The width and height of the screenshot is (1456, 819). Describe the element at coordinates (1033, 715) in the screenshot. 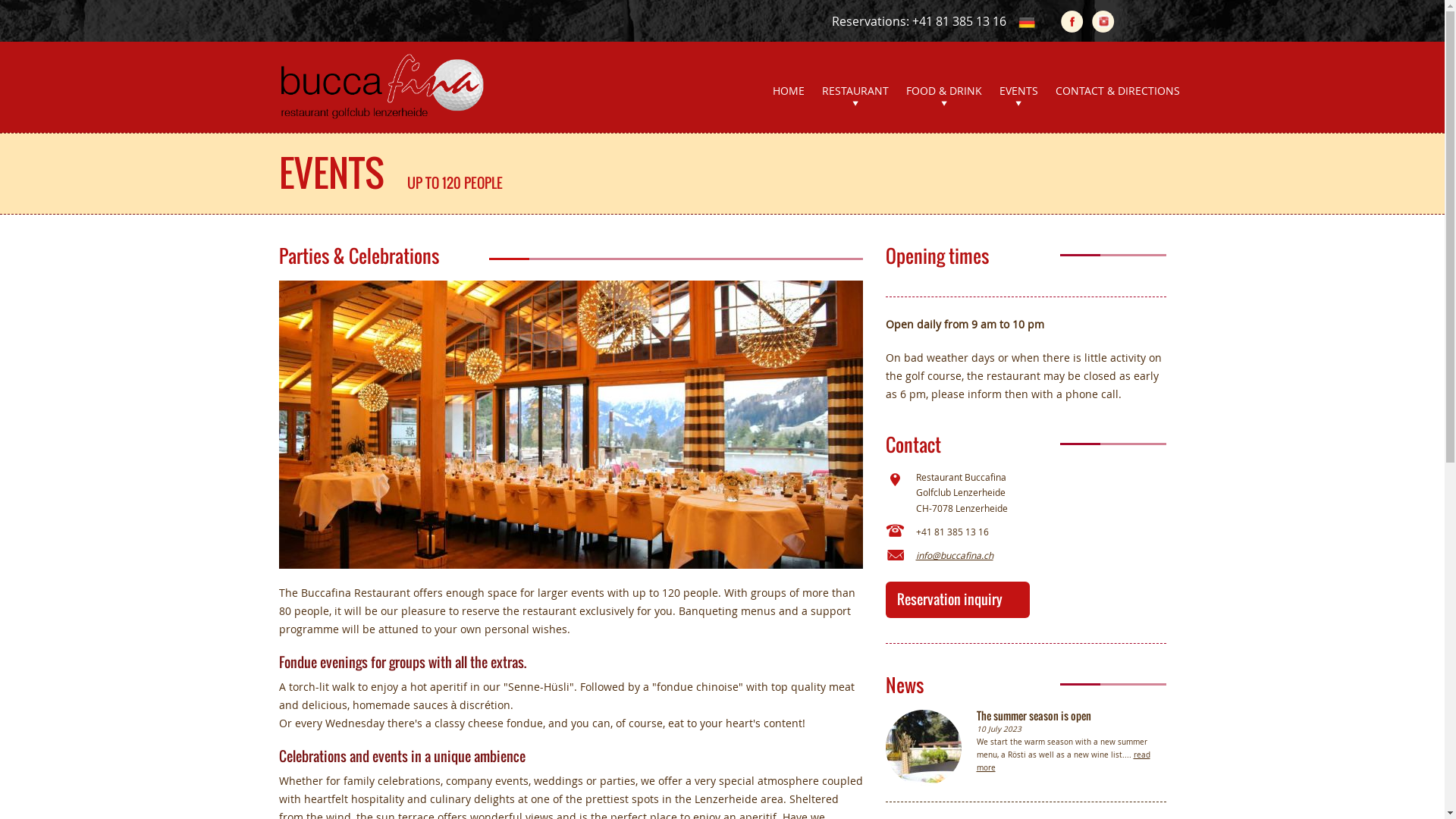

I see `'The summer season is open'` at that location.